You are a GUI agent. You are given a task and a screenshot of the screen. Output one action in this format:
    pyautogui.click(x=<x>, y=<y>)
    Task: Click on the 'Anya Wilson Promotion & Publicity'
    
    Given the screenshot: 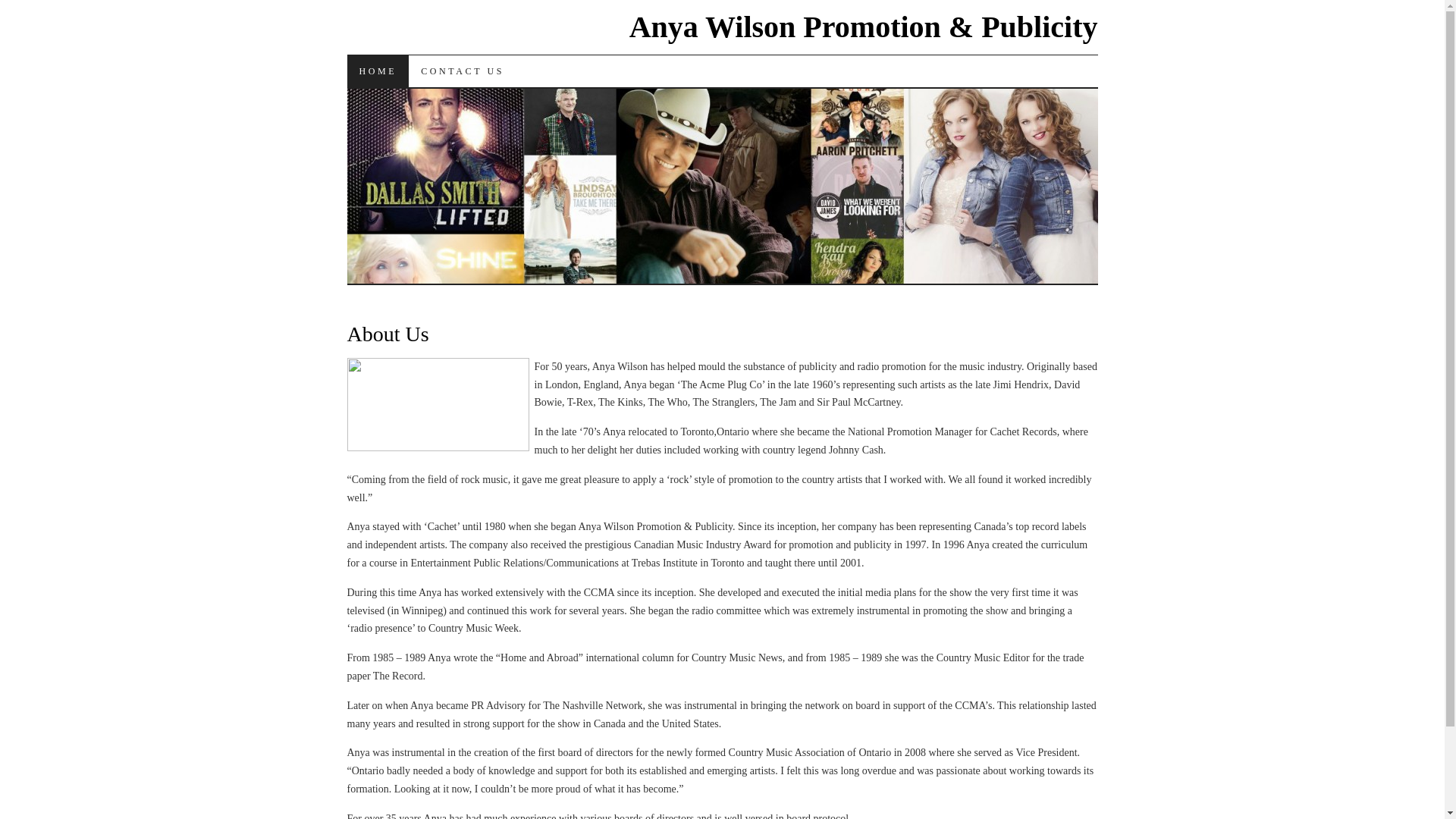 What is the action you would take?
    pyautogui.click(x=863, y=27)
    